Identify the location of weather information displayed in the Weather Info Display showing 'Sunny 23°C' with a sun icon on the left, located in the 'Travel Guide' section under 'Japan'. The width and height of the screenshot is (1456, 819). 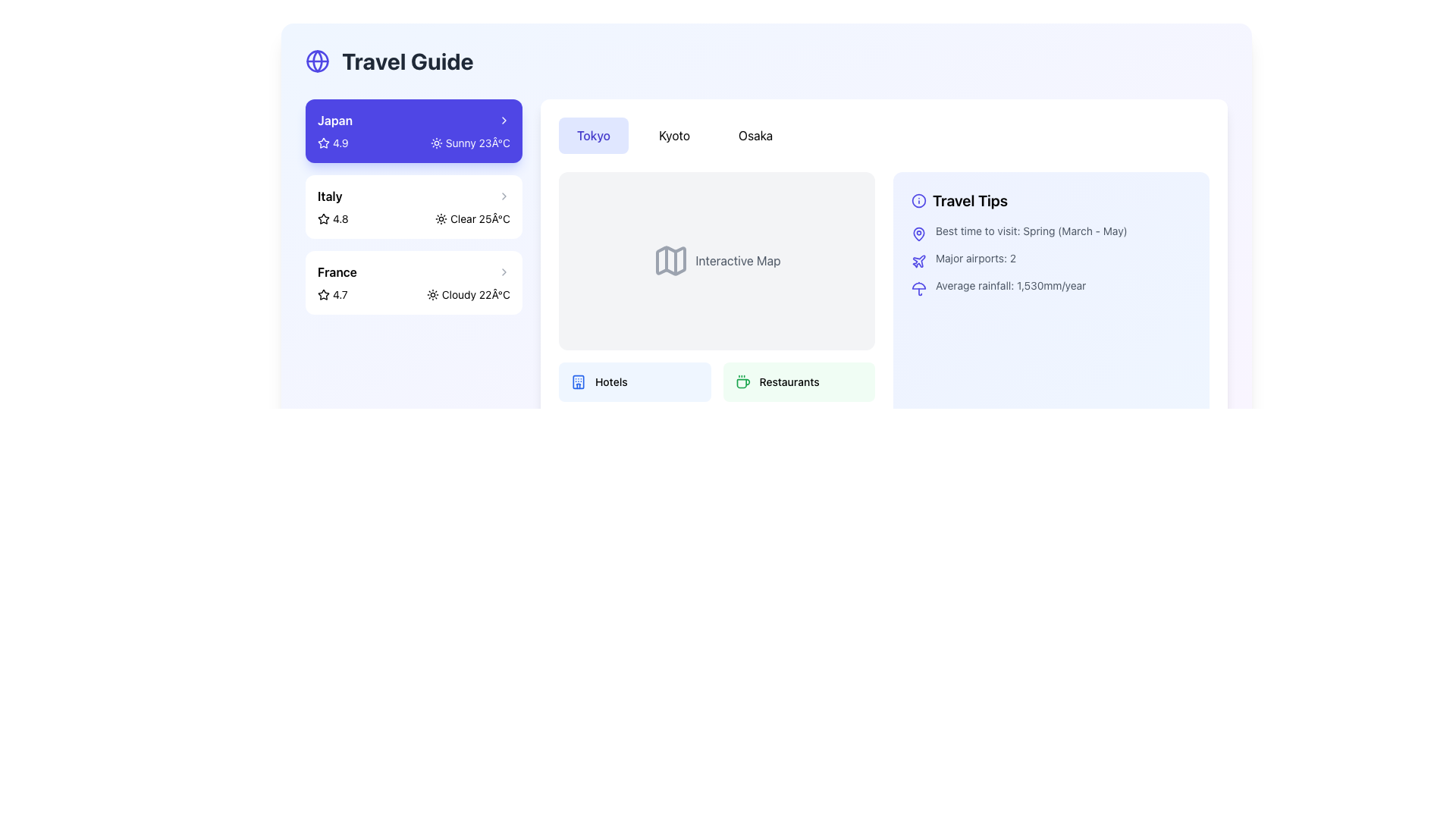
(469, 143).